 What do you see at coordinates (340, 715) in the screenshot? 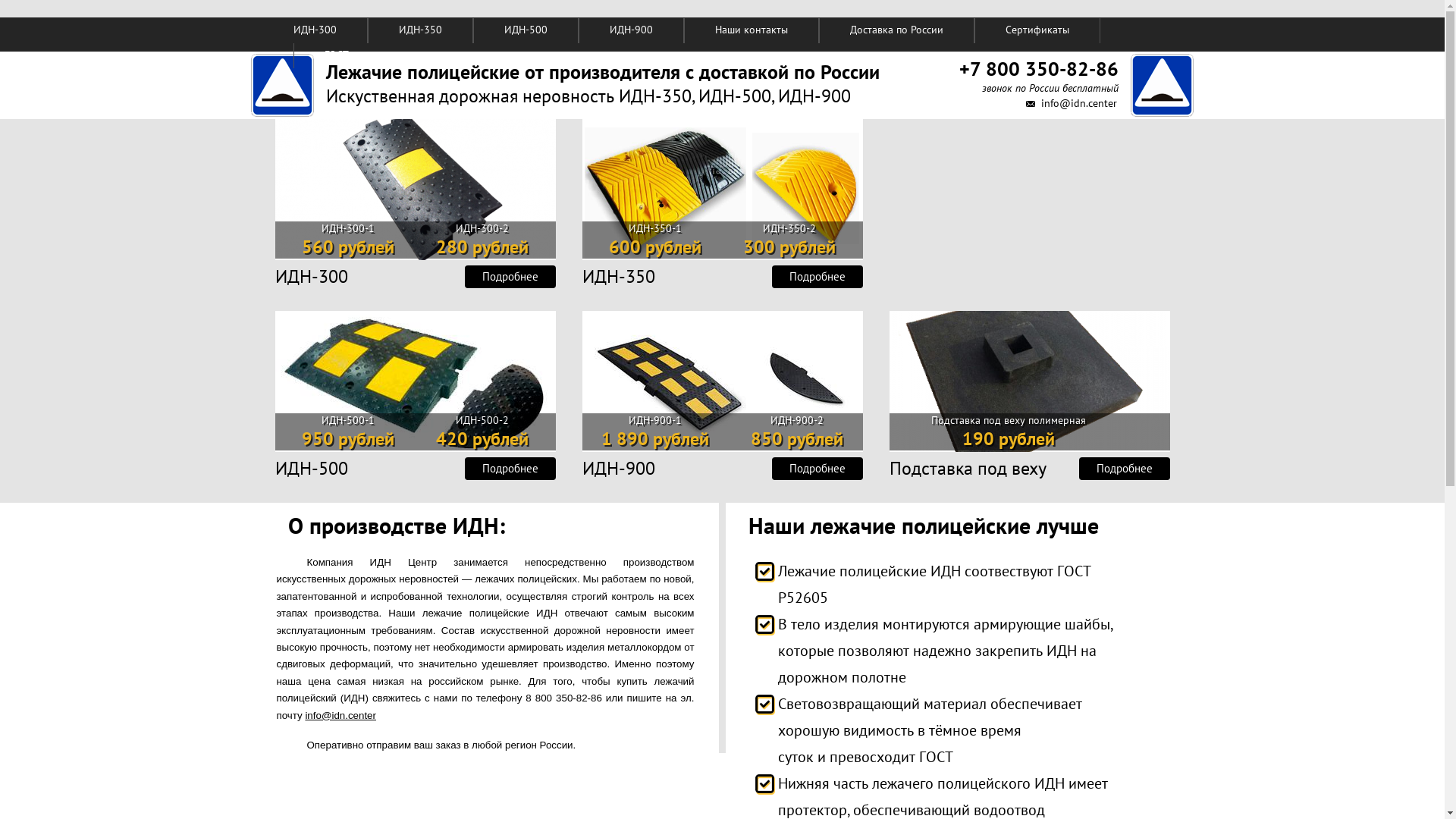
I see `'info@idn.center'` at bounding box center [340, 715].